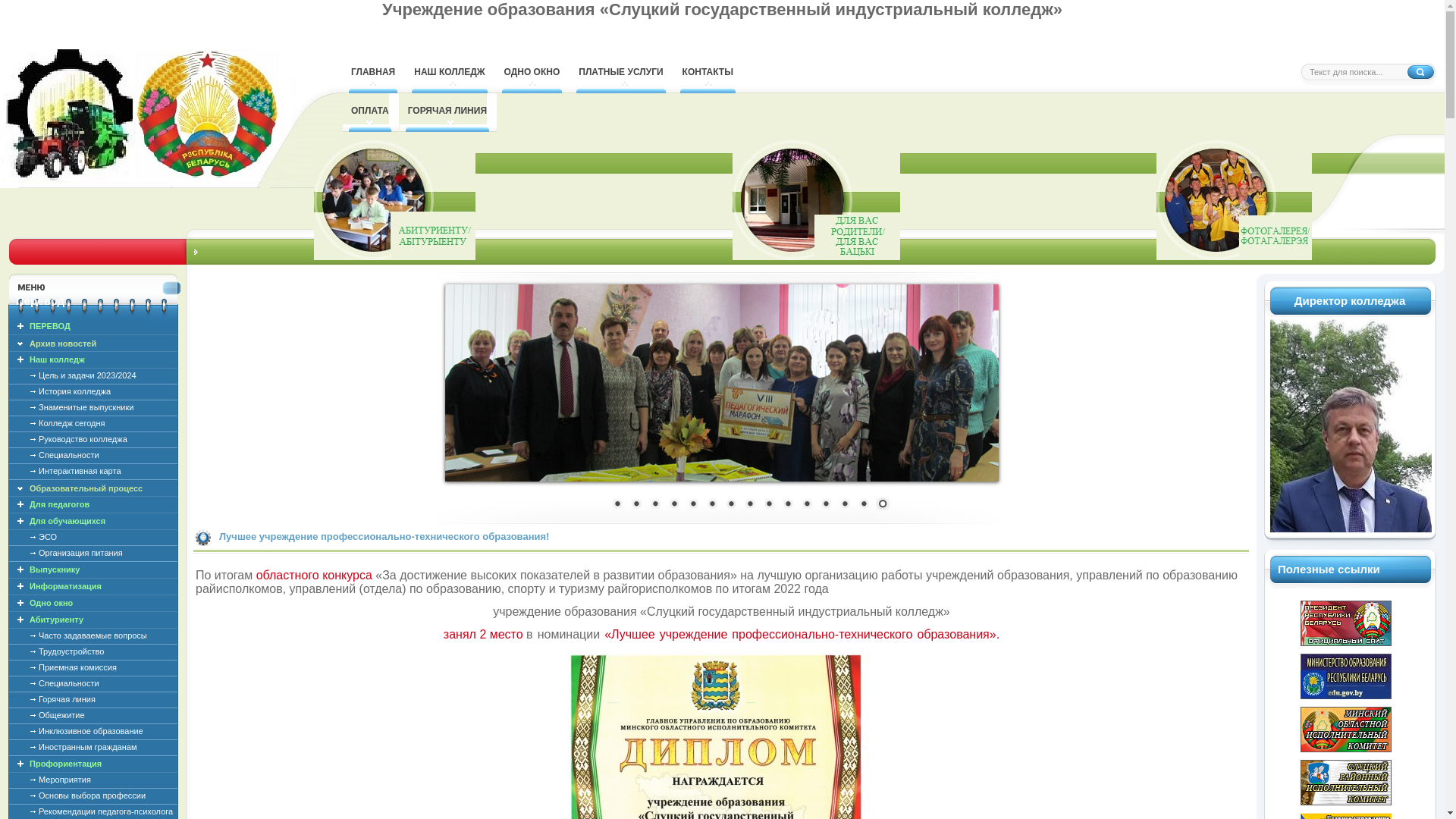 This screenshot has height=819, width=1456. Describe the element at coordinates (636, 505) in the screenshot. I see `'2'` at that location.